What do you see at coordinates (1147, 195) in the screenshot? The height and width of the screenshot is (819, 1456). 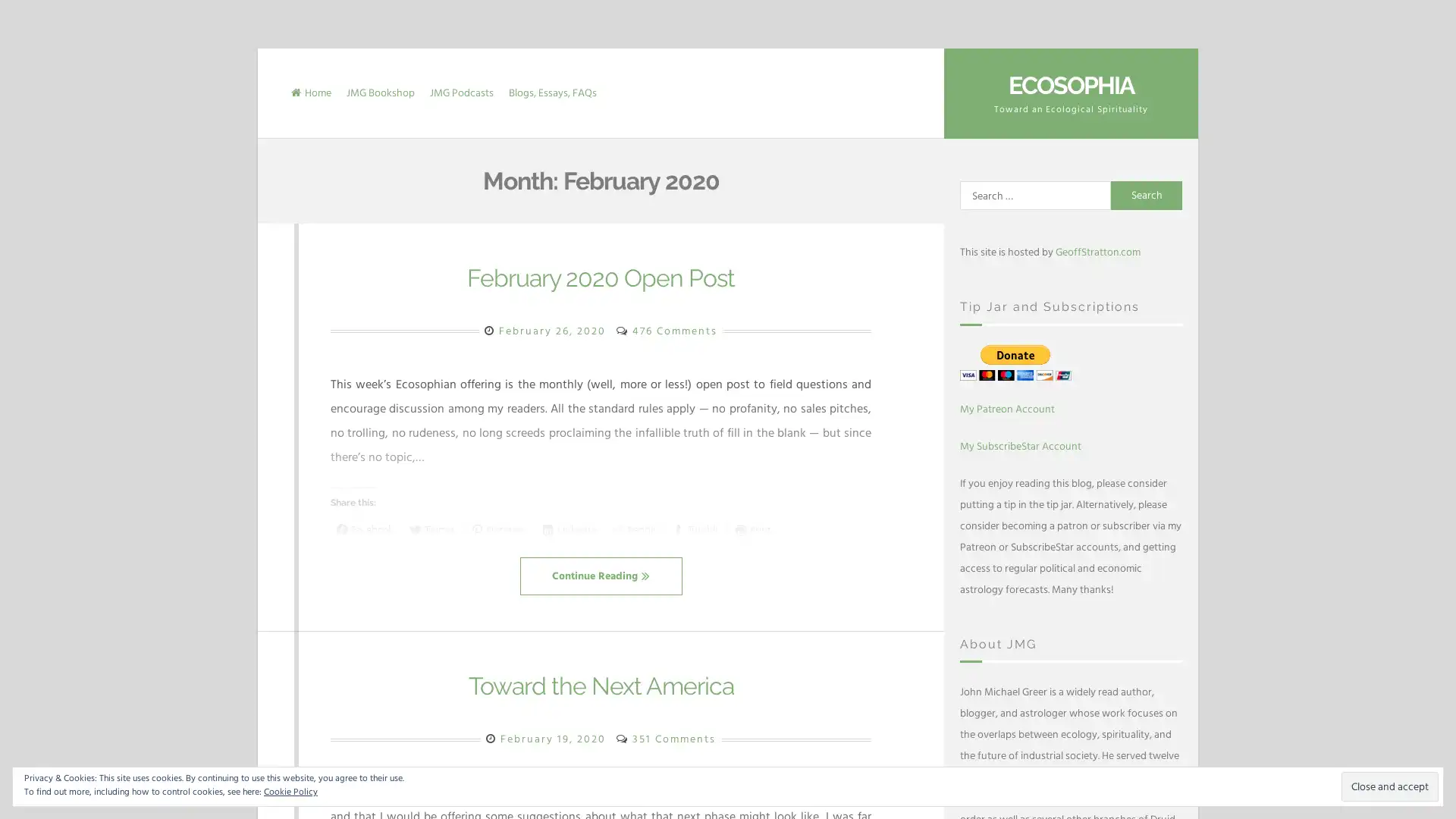 I see `Search` at bounding box center [1147, 195].